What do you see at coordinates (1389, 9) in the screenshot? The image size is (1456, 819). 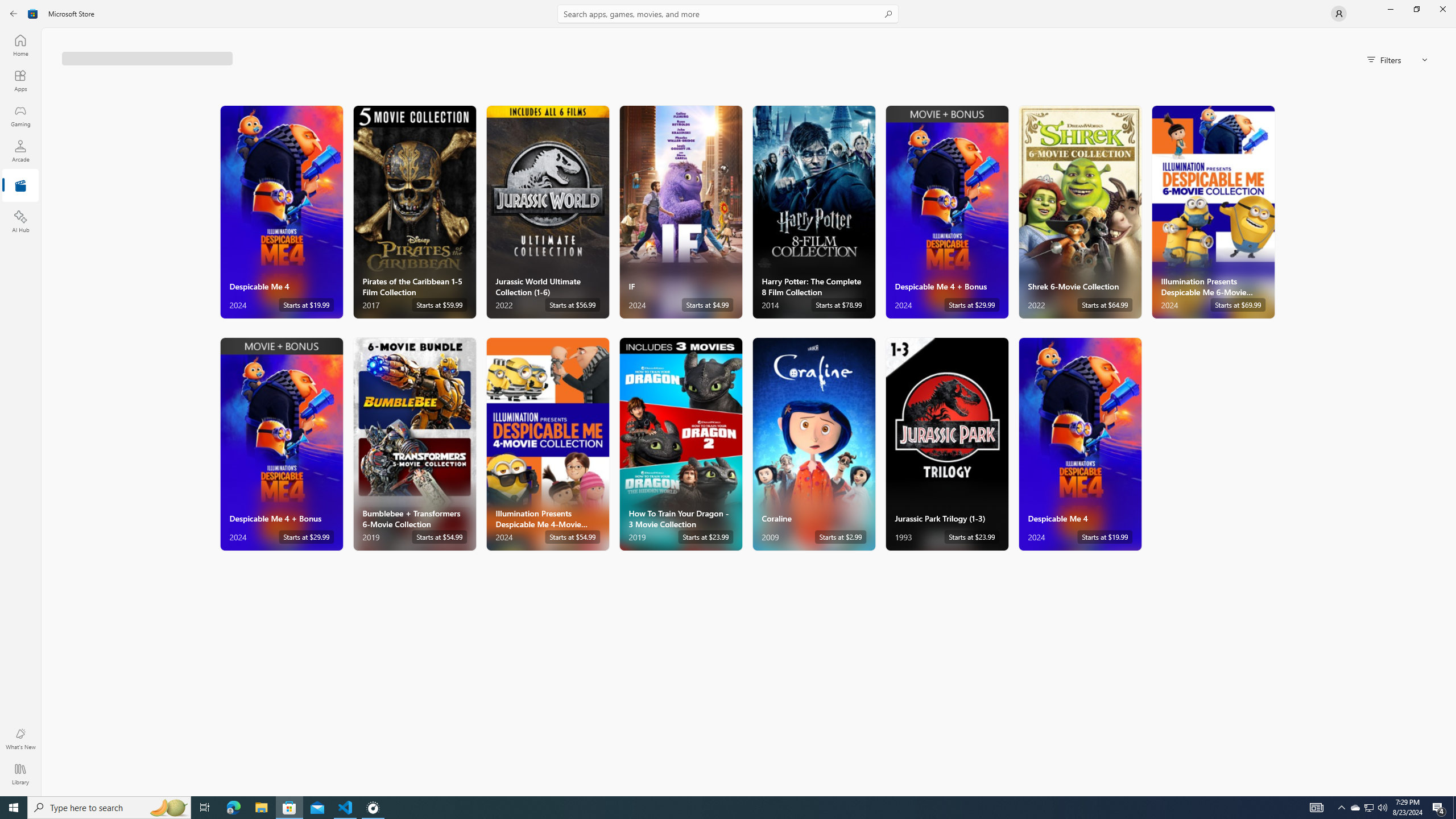 I see `'Minimize Microsoft Store'` at bounding box center [1389, 9].